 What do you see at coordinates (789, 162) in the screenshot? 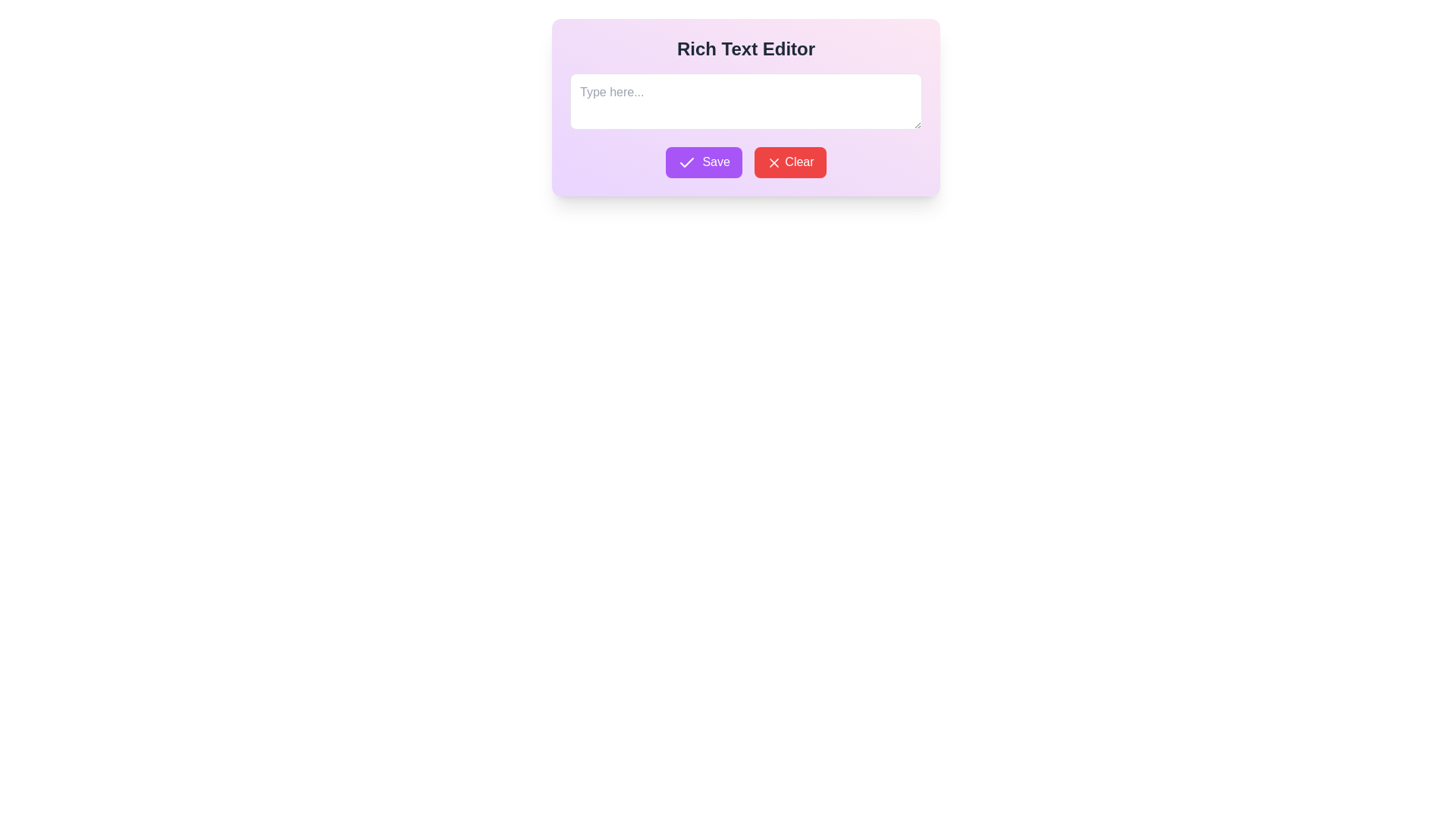
I see `the 'Clear' button, which is a rectangular button with a red background and white text, displaying the label 'Clear'` at bounding box center [789, 162].